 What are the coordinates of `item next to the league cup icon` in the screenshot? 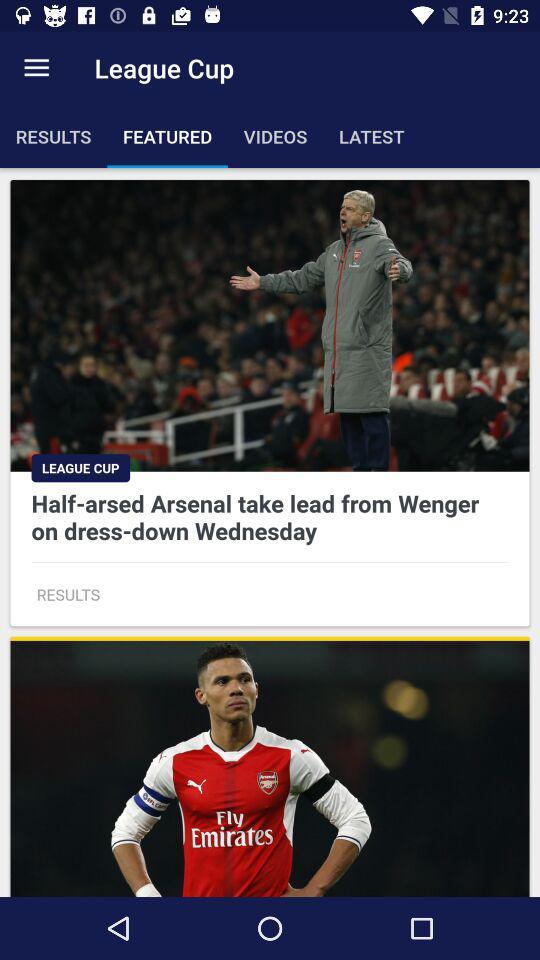 It's located at (36, 68).